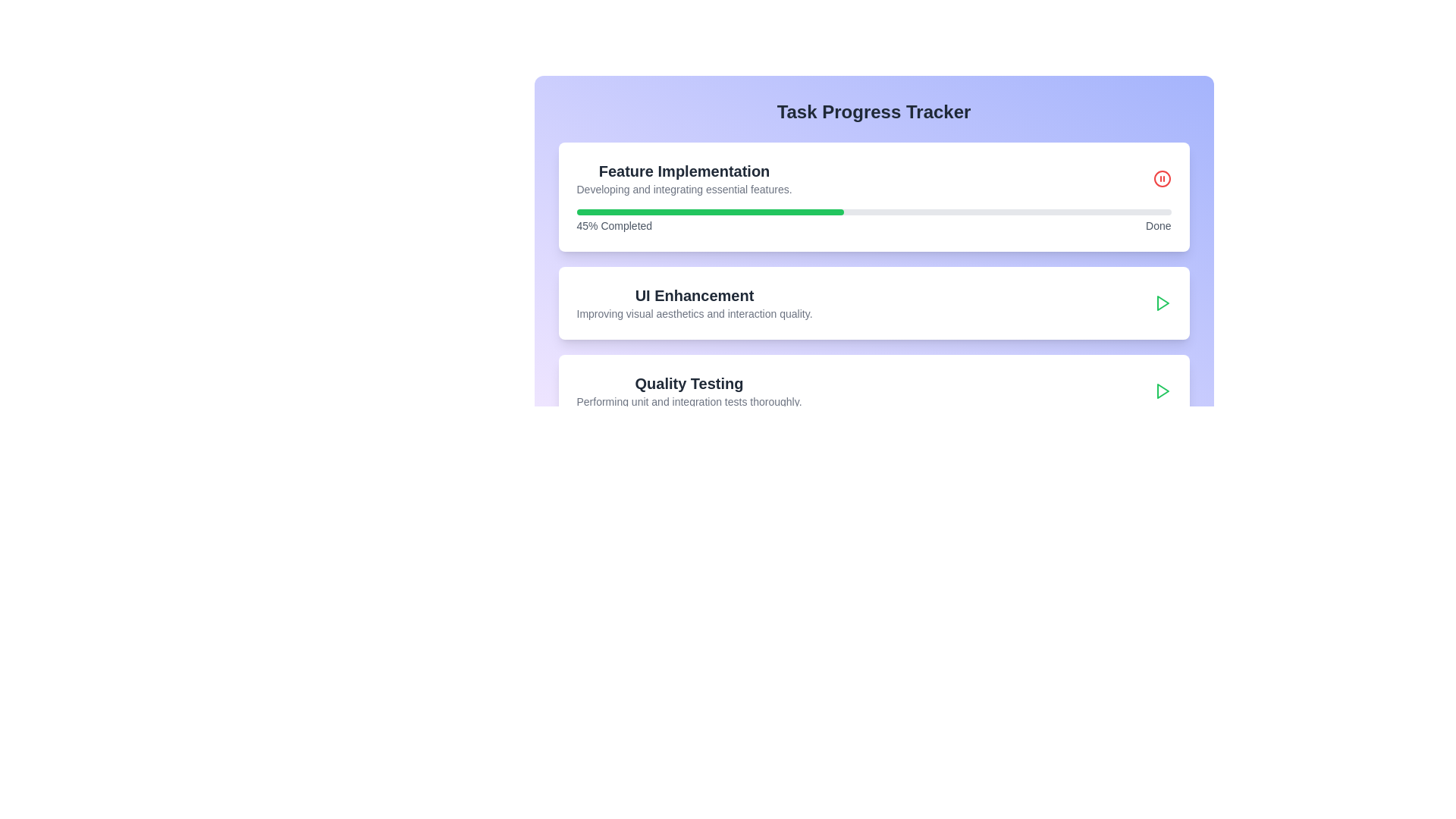  I want to click on the header title that identifies the task, located beneath the 'Feature Implementation' section and above the 'Quality Testing' section, so click(694, 295).